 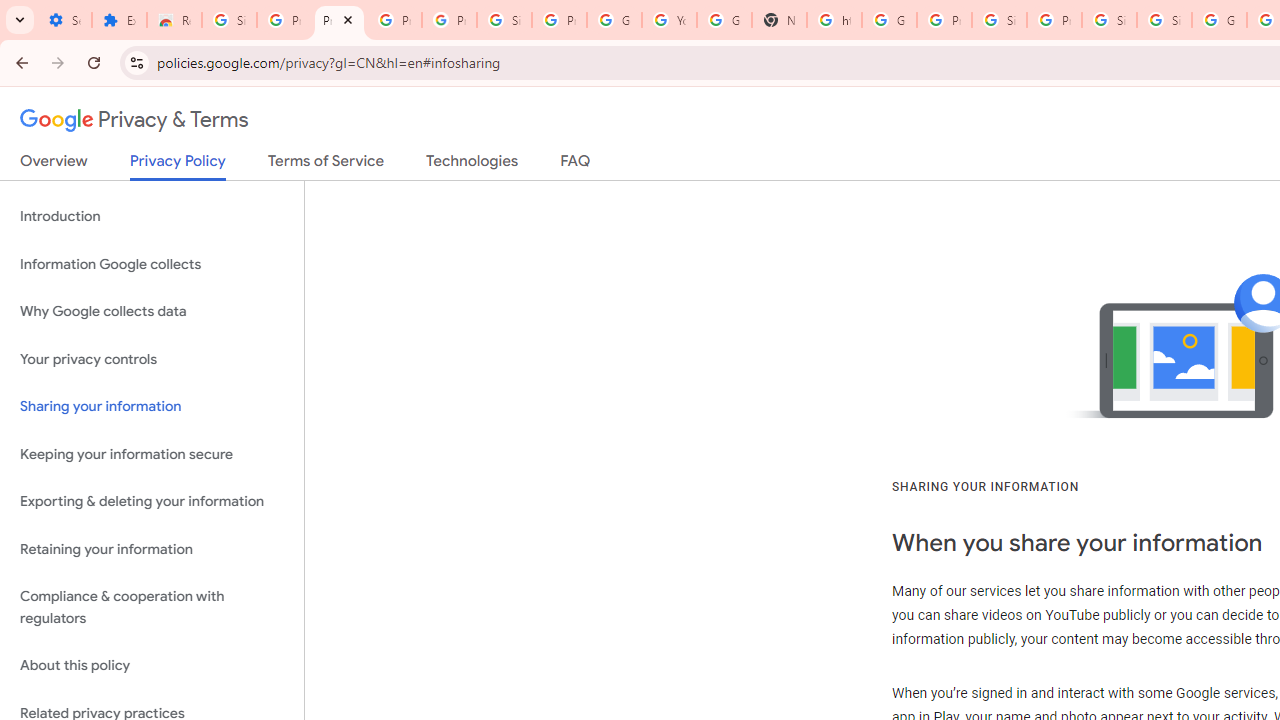 What do you see at coordinates (151, 358) in the screenshot?
I see `'Your privacy controls'` at bounding box center [151, 358].